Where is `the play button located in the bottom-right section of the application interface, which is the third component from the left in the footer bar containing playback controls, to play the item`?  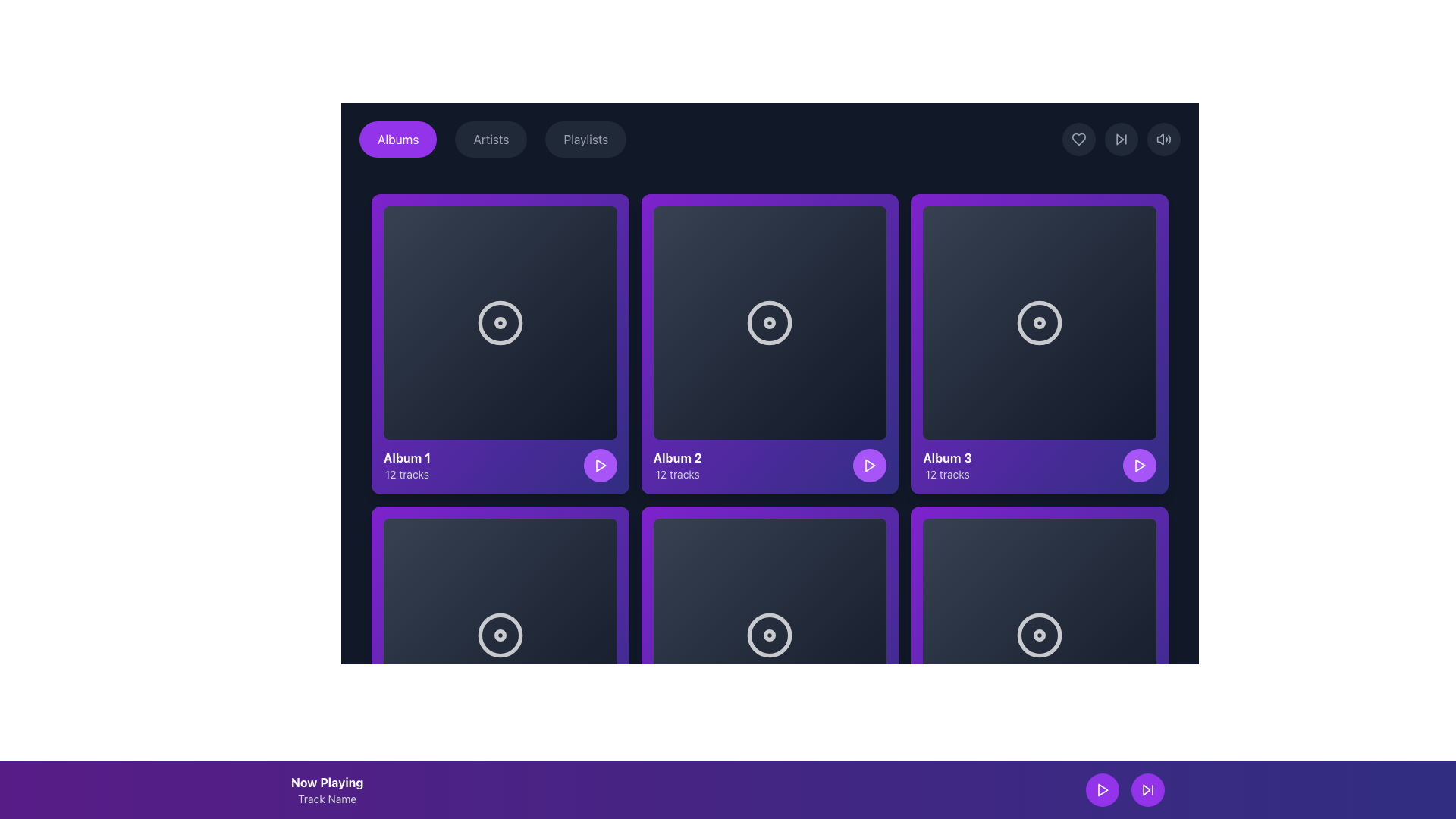
the play button located in the bottom-right section of the application interface, which is the third component from the left in the footer bar containing playback controls, to play the item is located at coordinates (870, 777).